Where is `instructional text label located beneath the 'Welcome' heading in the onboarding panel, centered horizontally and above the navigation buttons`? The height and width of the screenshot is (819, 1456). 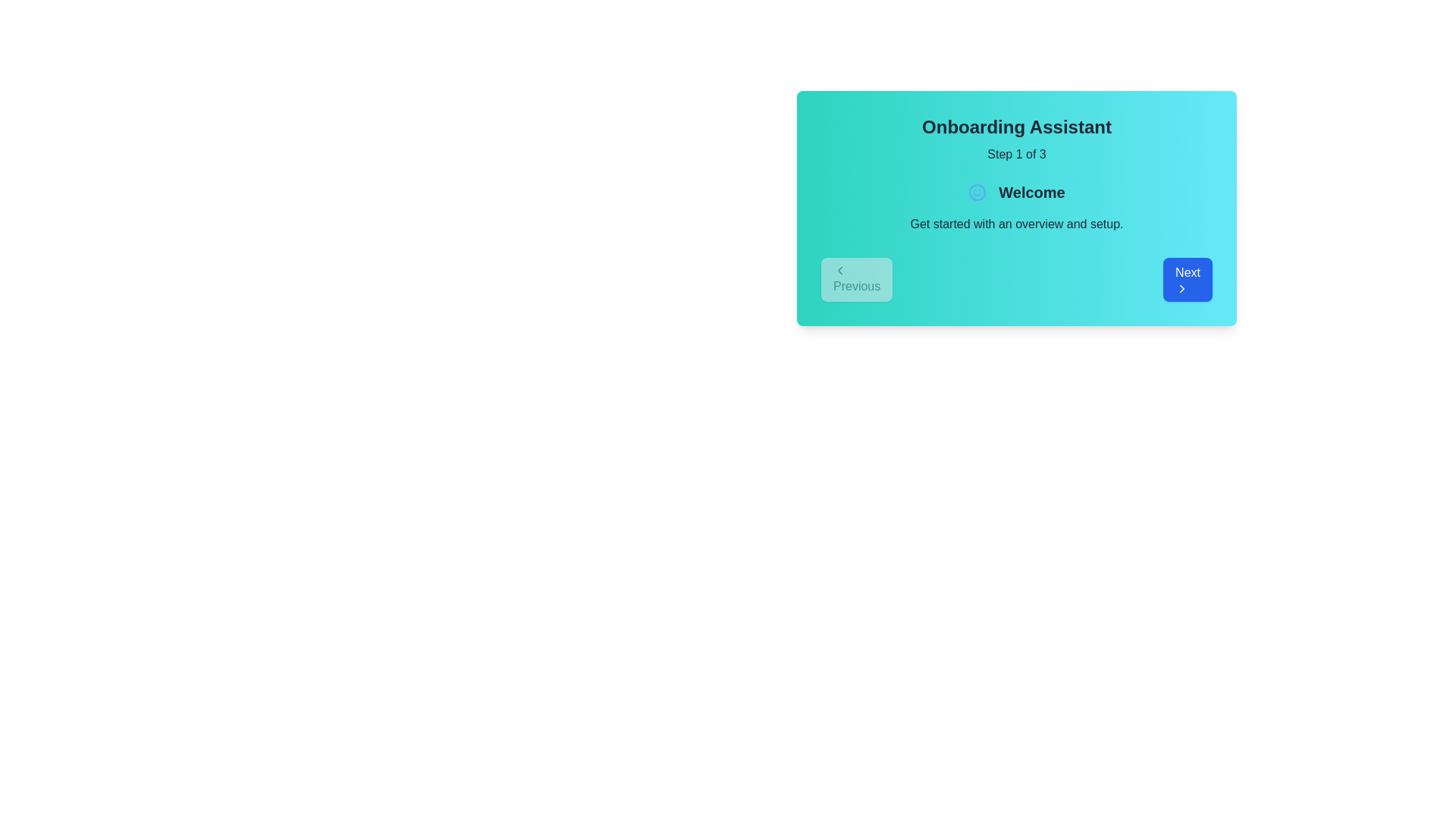
instructional text label located beneath the 'Welcome' heading in the onboarding panel, centered horizontally and above the navigation buttons is located at coordinates (1016, 224).